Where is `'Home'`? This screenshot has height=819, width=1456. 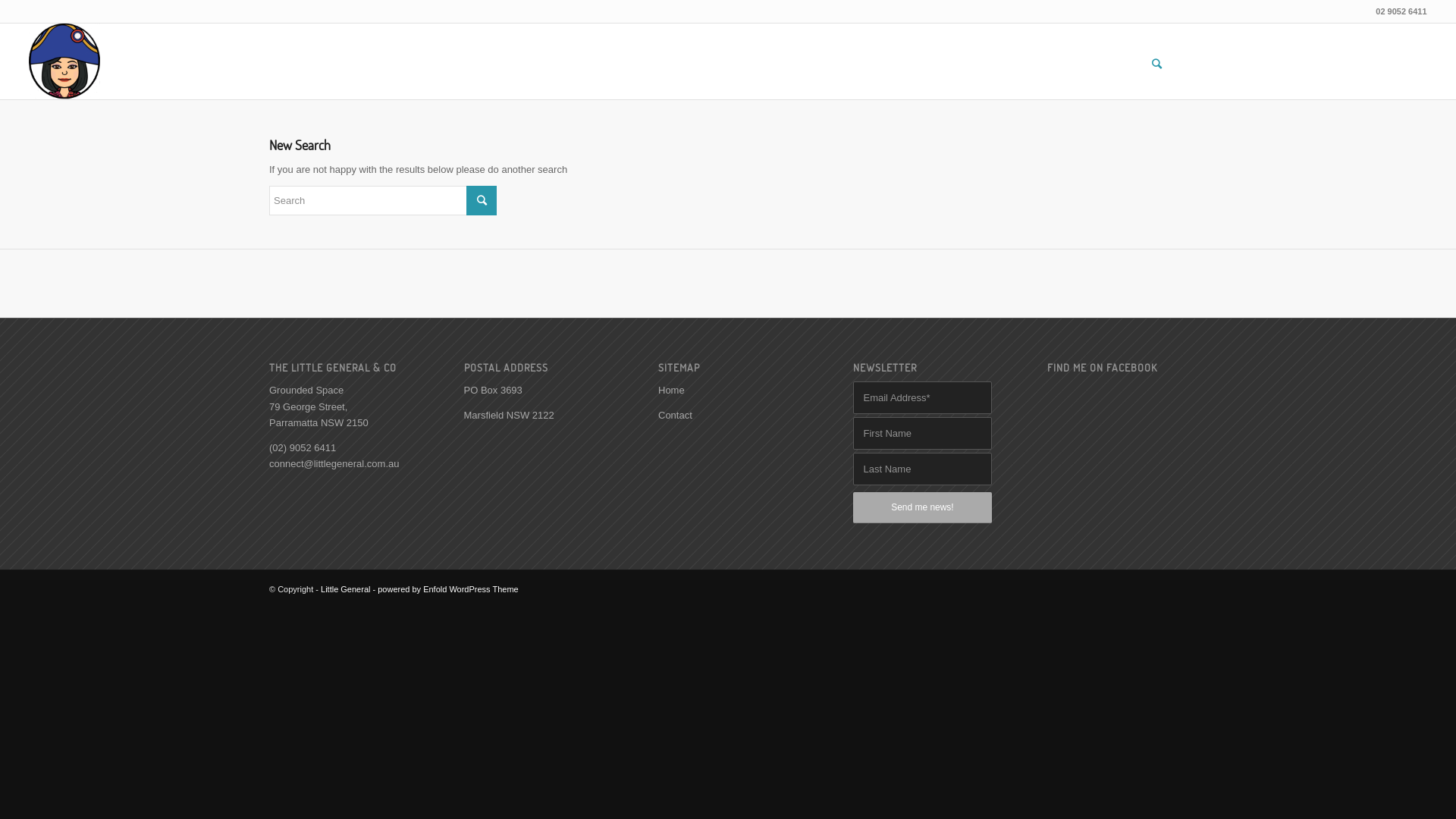 'Home' is located at coordinates (658, 389).